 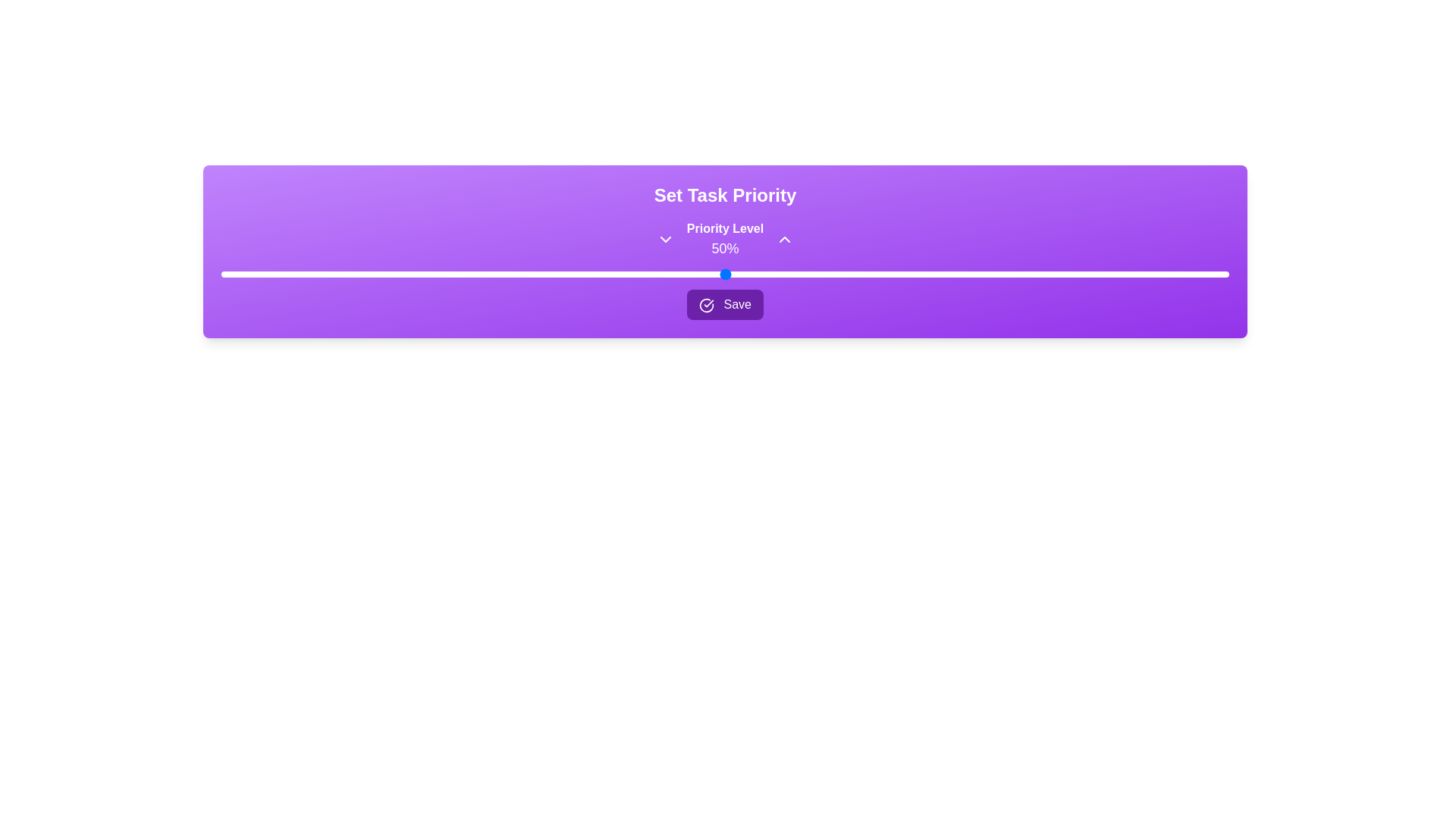 I want to click on the icon button located to the right of '50%', so click(x=785, y=239).